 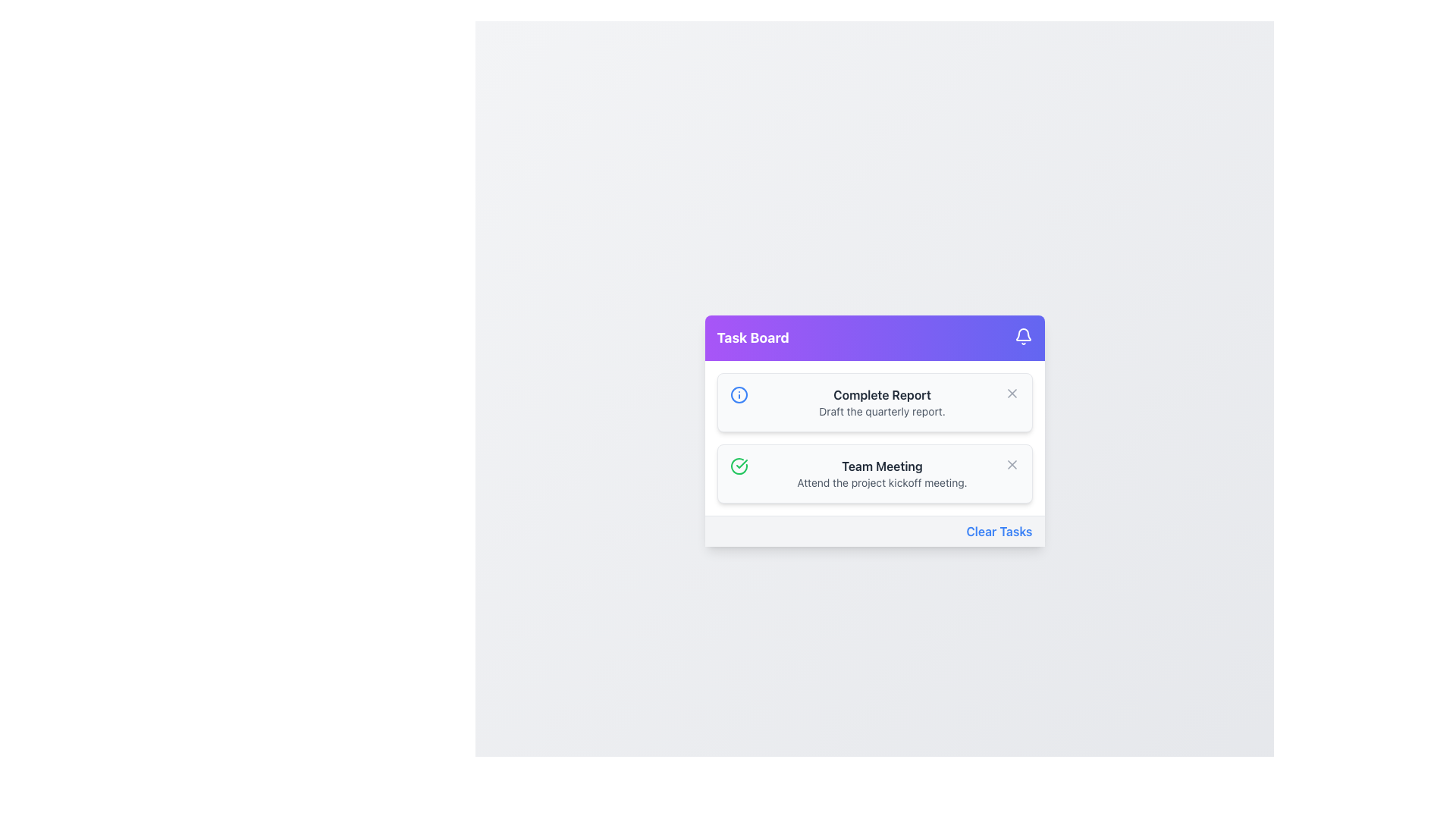 I want to click on the icon located to the left of the text block within the 'Complete Report' card, which serves as a visual indicator for status, so click(x=739, y=394).